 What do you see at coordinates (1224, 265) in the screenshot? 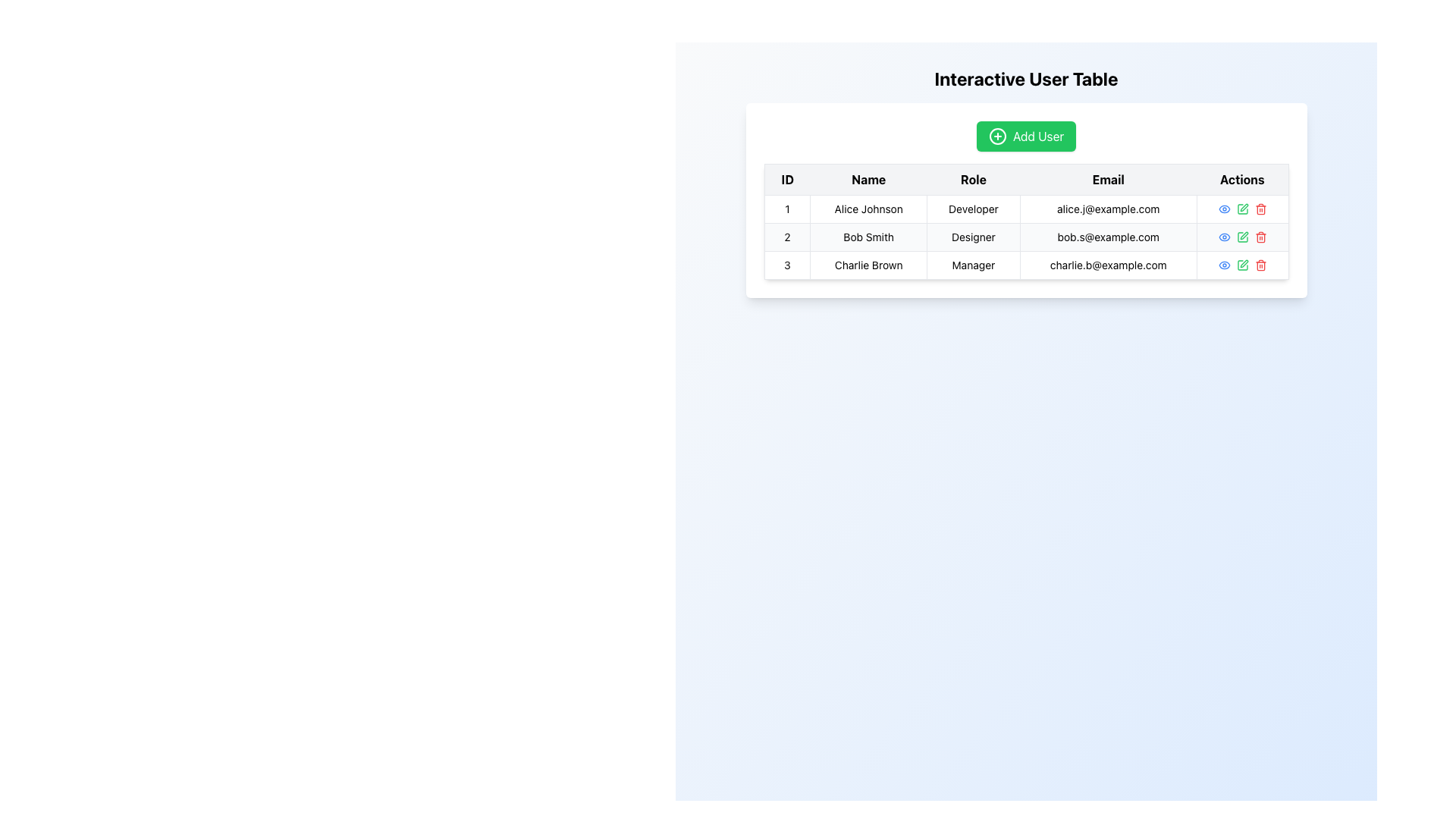
I see `the Icon button in the Actions column of the third row in the user table for user 'Charlie Brown'` at bounding box center [1224, 265].